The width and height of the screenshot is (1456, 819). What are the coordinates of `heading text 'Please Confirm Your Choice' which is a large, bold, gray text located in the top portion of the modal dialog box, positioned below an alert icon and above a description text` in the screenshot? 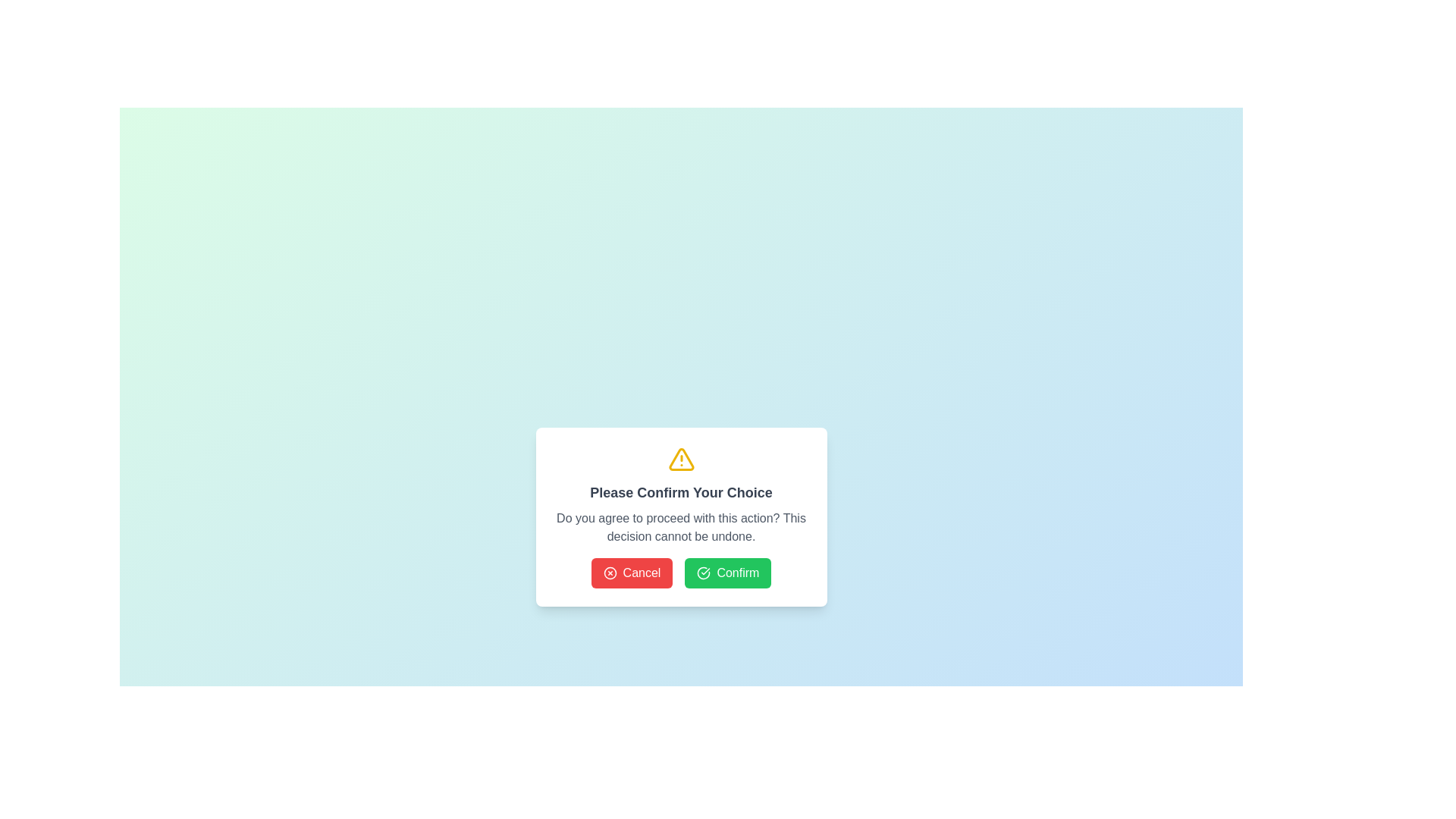 It's located at (680, 493).